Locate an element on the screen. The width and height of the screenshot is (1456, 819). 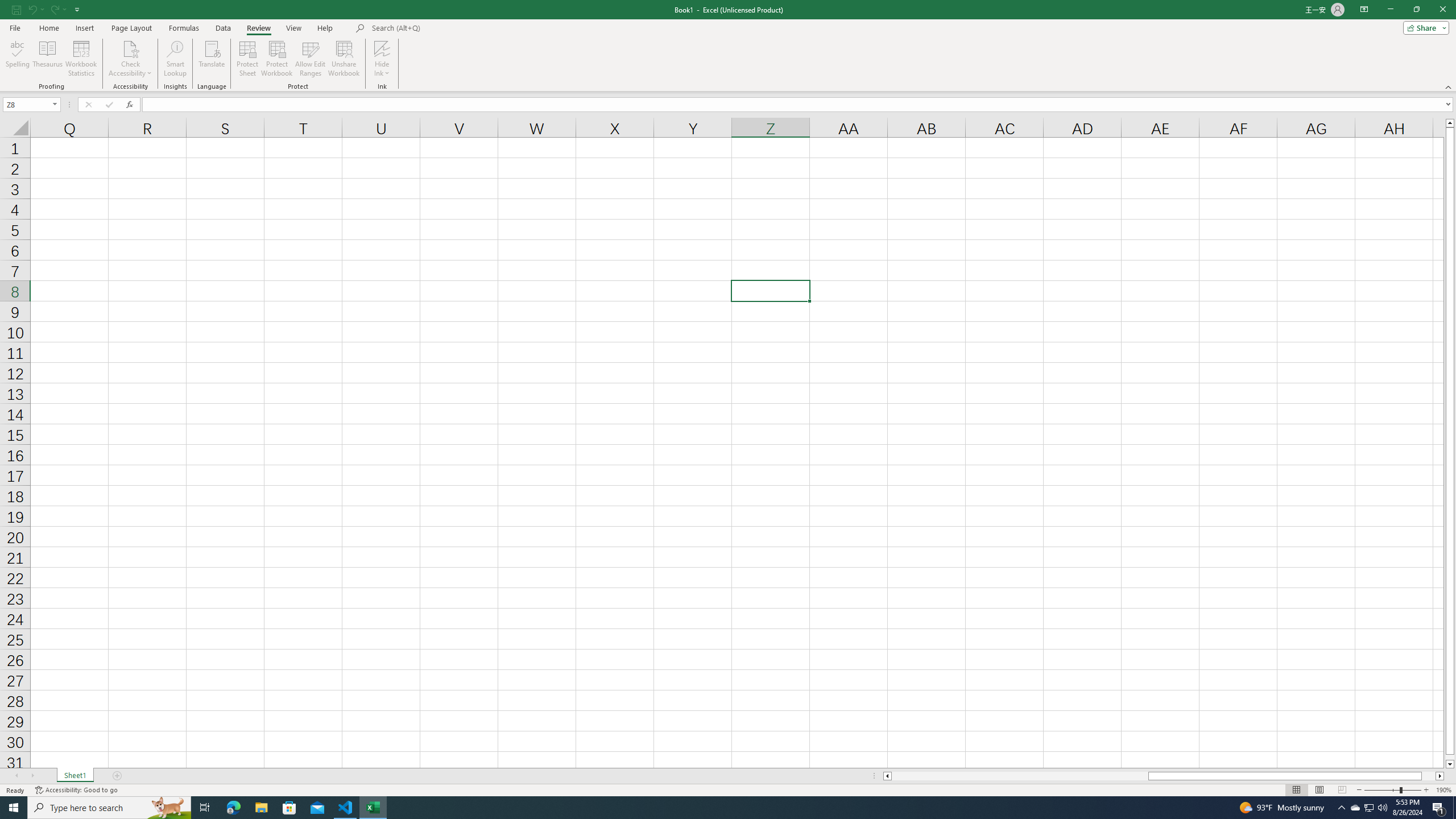
'Hide Ink' is located at coordinates (382, 48).